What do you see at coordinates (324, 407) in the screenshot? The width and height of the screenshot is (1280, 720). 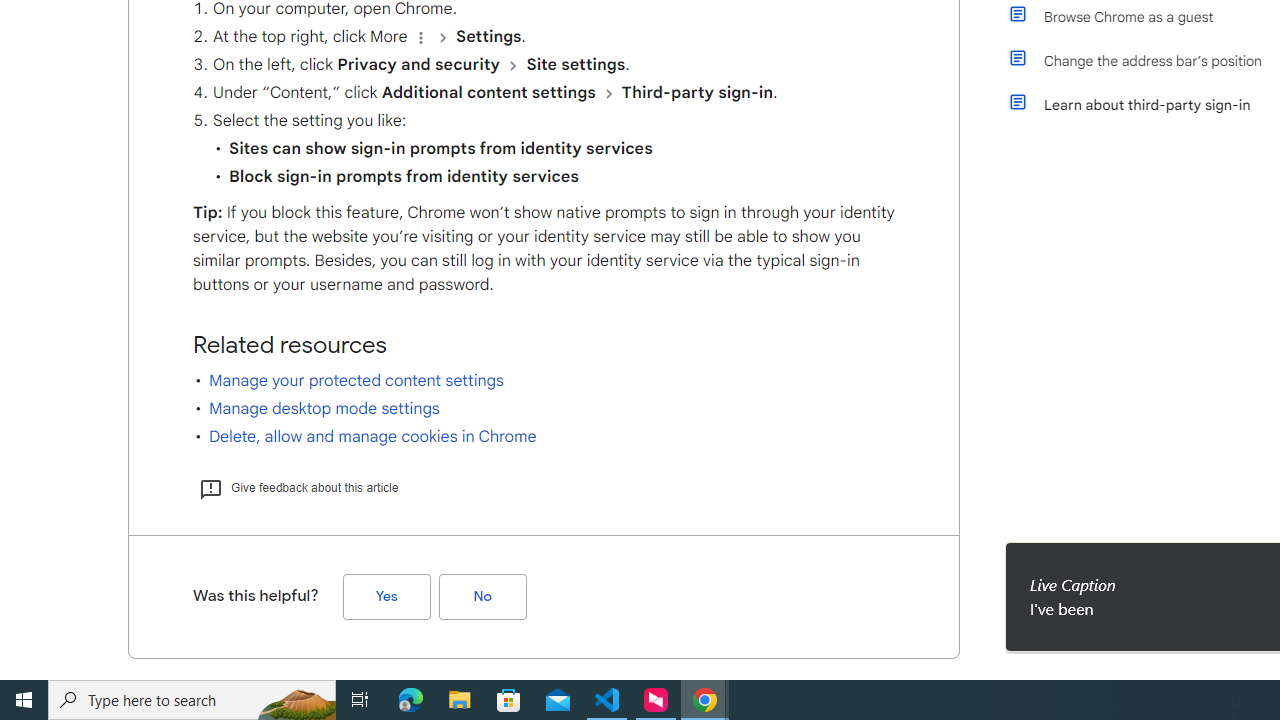 I see `'Manage desktop mode settings'` at bounding box center [324, 407].